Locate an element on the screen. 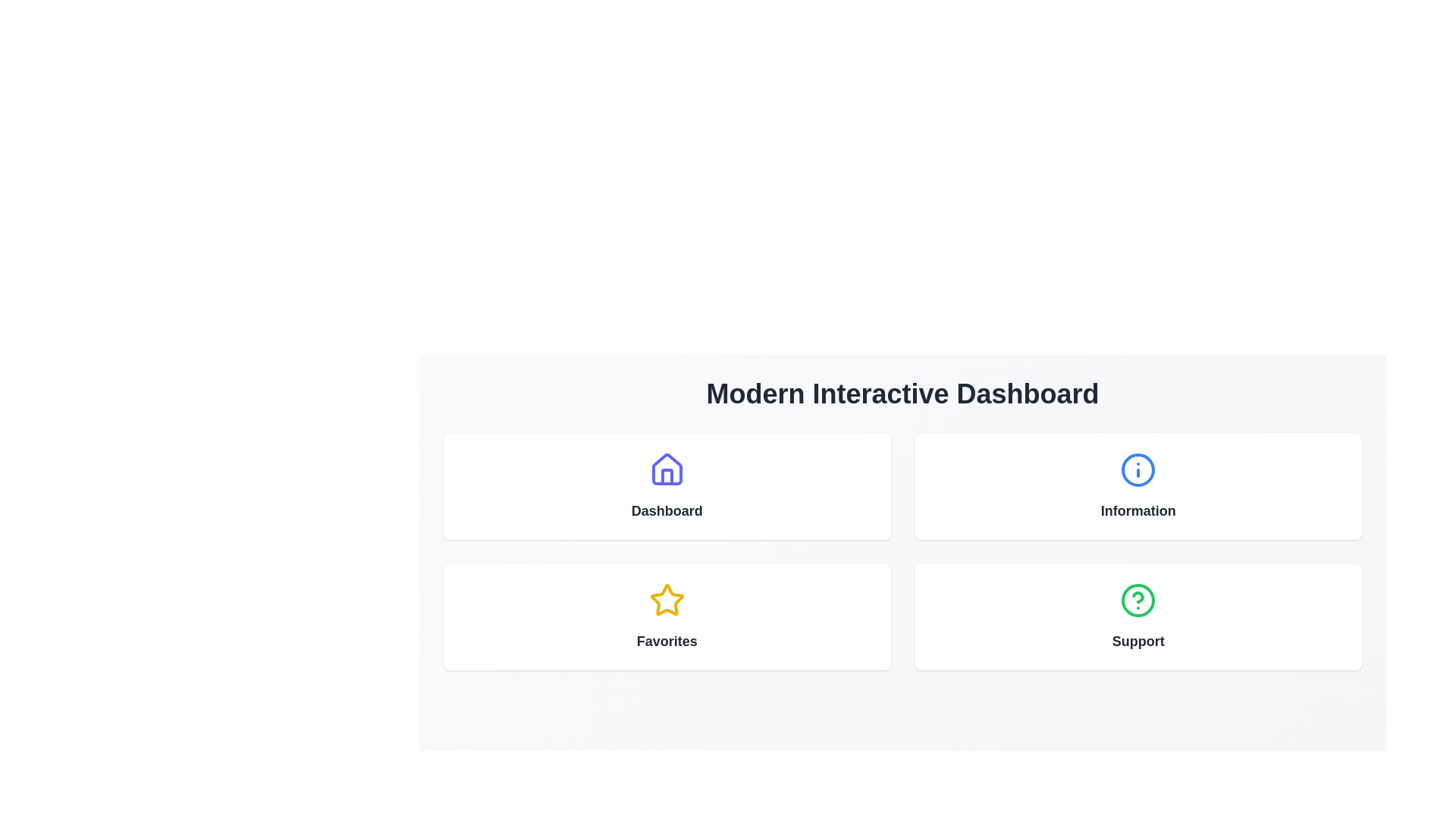 This screenshot has width=1456, height=819. the home icon located under the title 'Modern Interactive Dashboard' is located at coordinates (667, 469).